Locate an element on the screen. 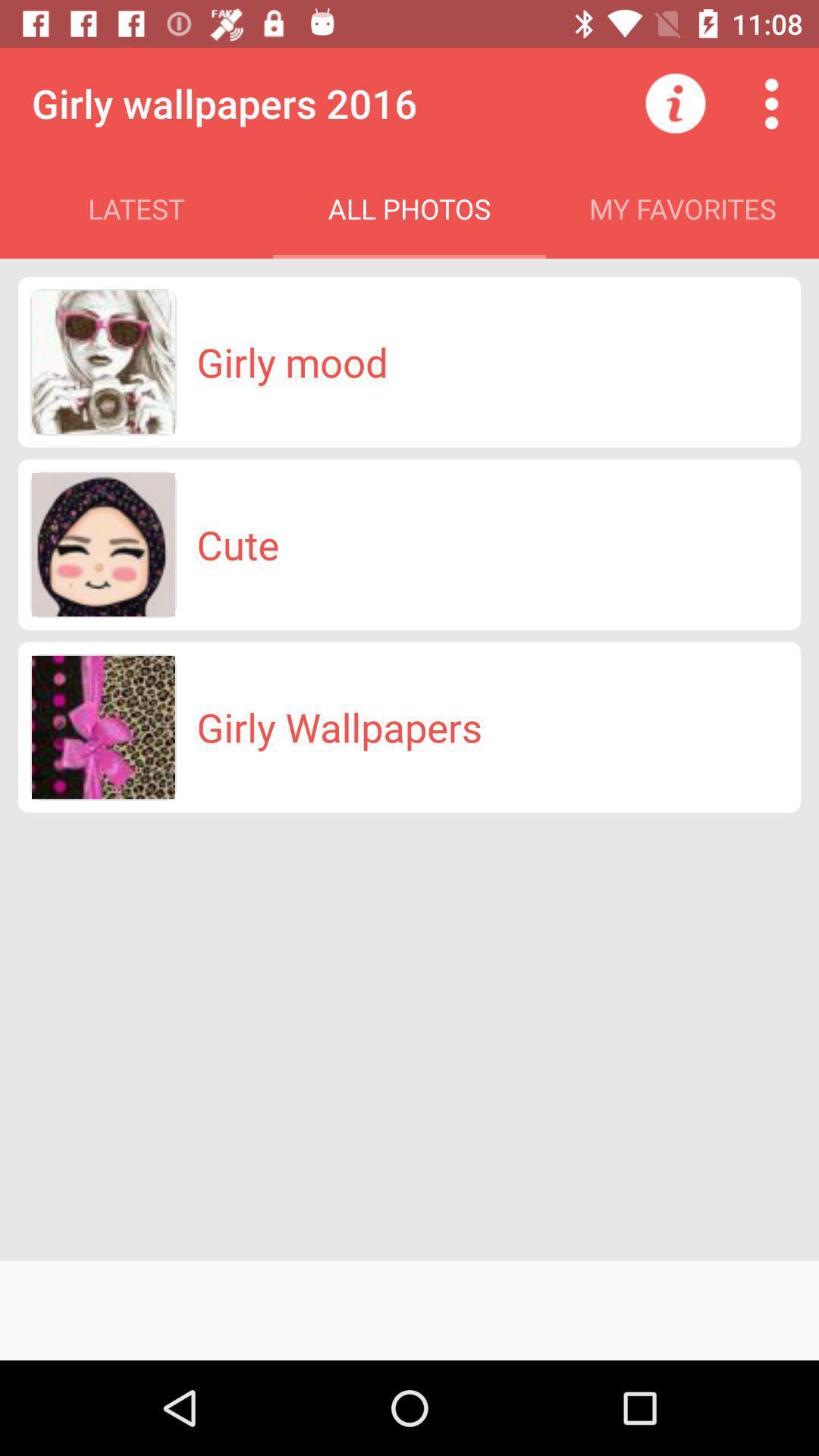  option is located at coordinates (771, 102).